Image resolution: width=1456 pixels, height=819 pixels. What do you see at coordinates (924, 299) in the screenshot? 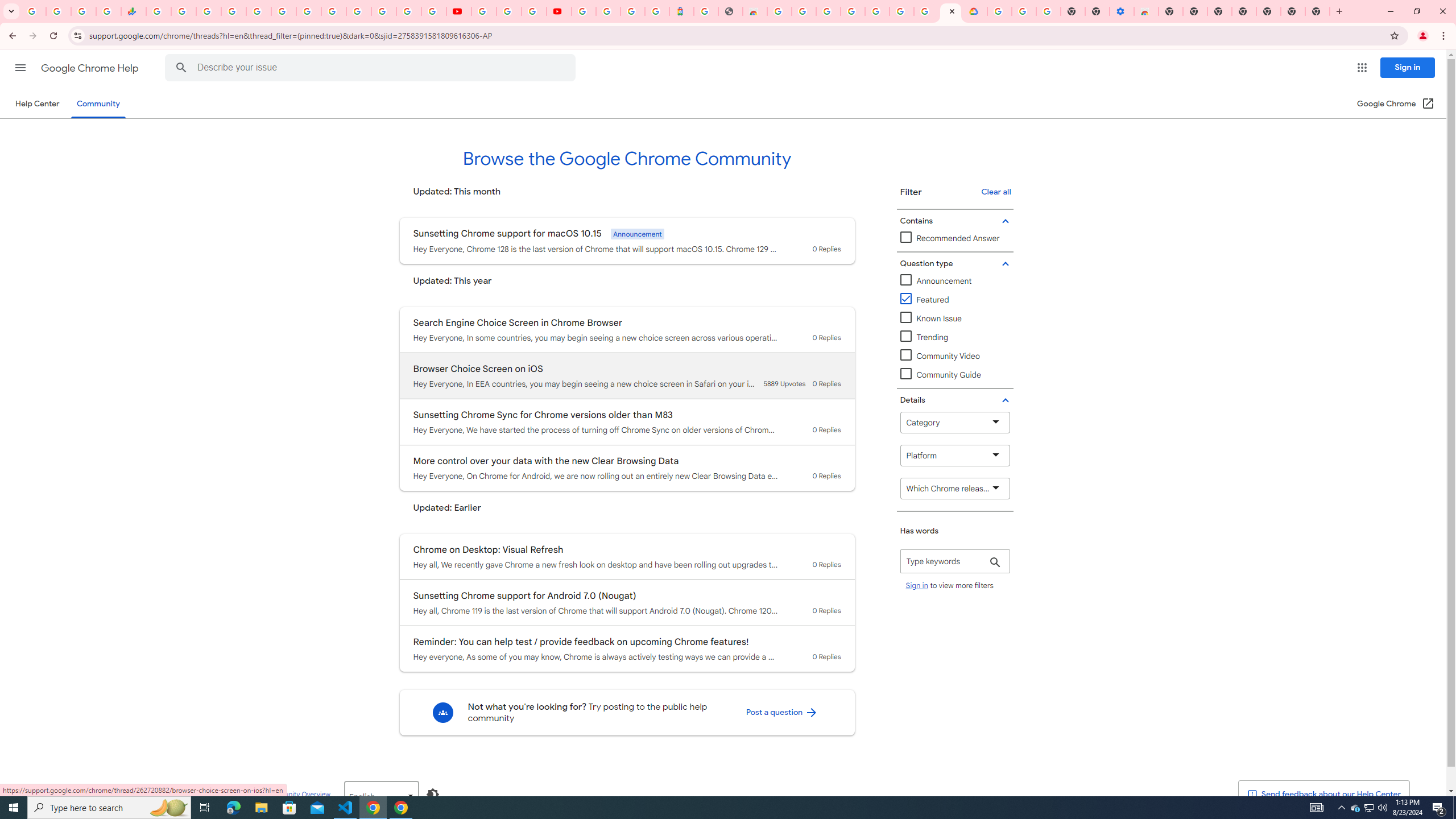
I see `'Featured'` at bounding box center [924, 299].